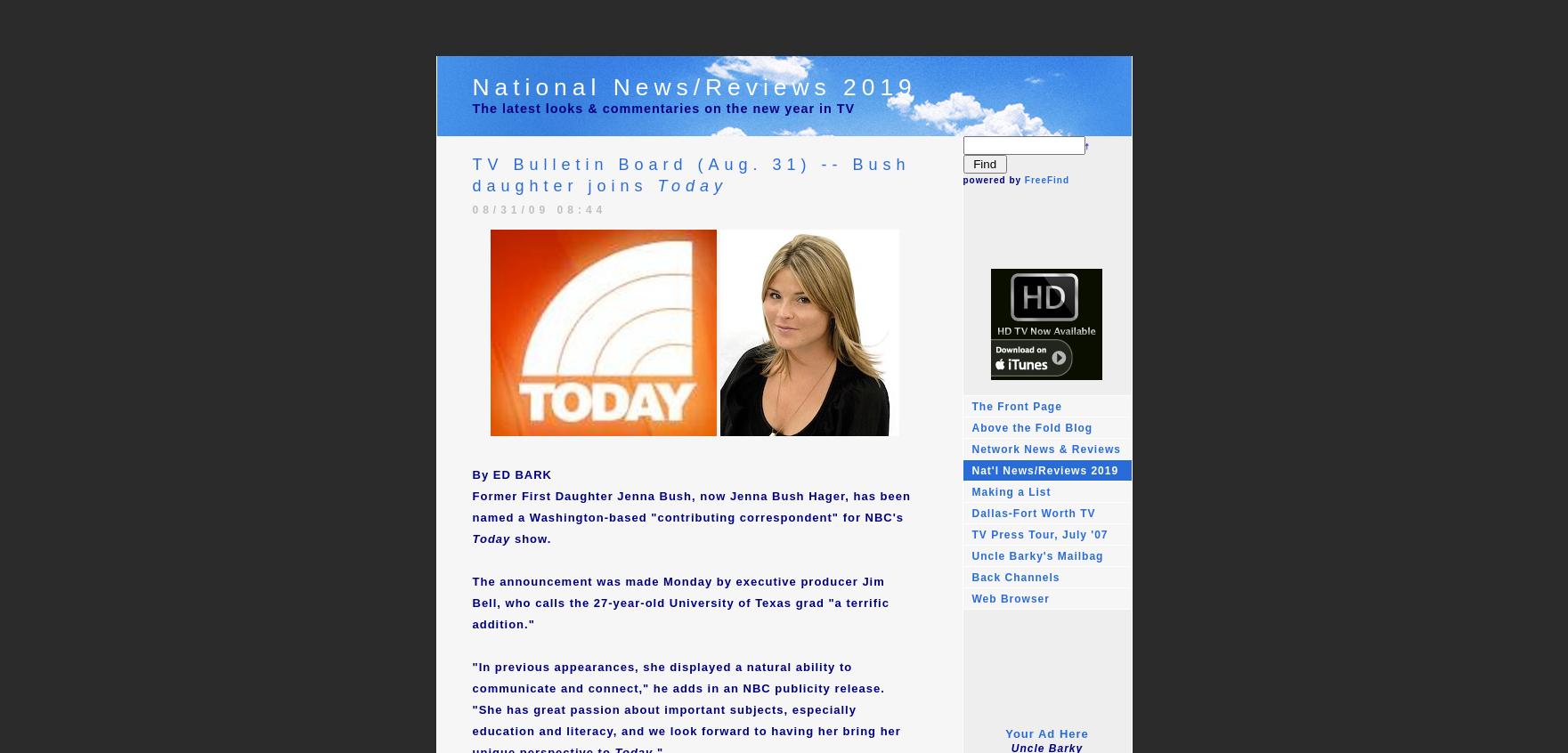  What do you see at coordinates (666, 581) in the screenshot?
I see `'The announcement was made Monday by executive producer'` at bounding box center [666, 581].